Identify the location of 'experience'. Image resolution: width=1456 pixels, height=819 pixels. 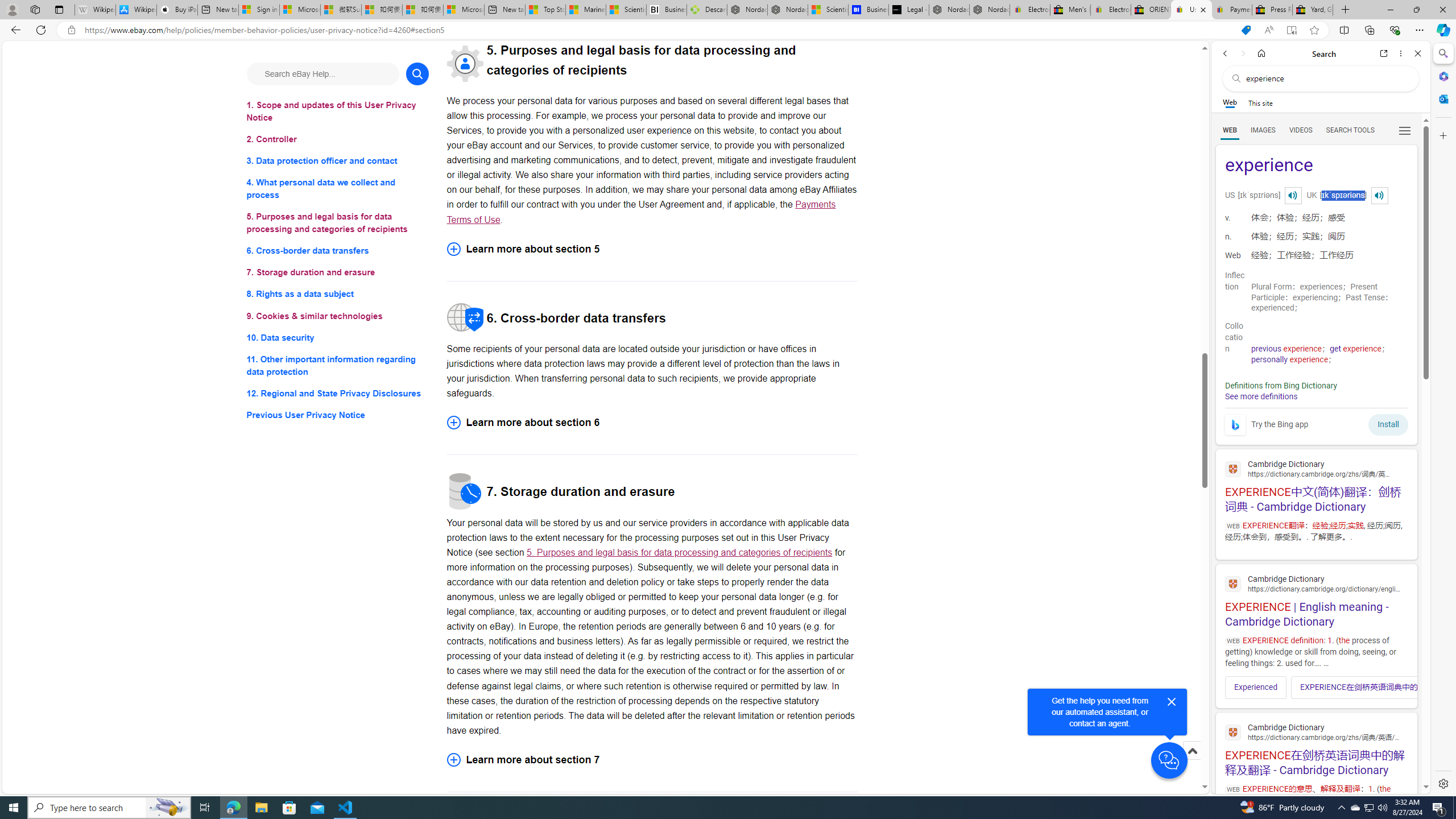
(1316, 166).